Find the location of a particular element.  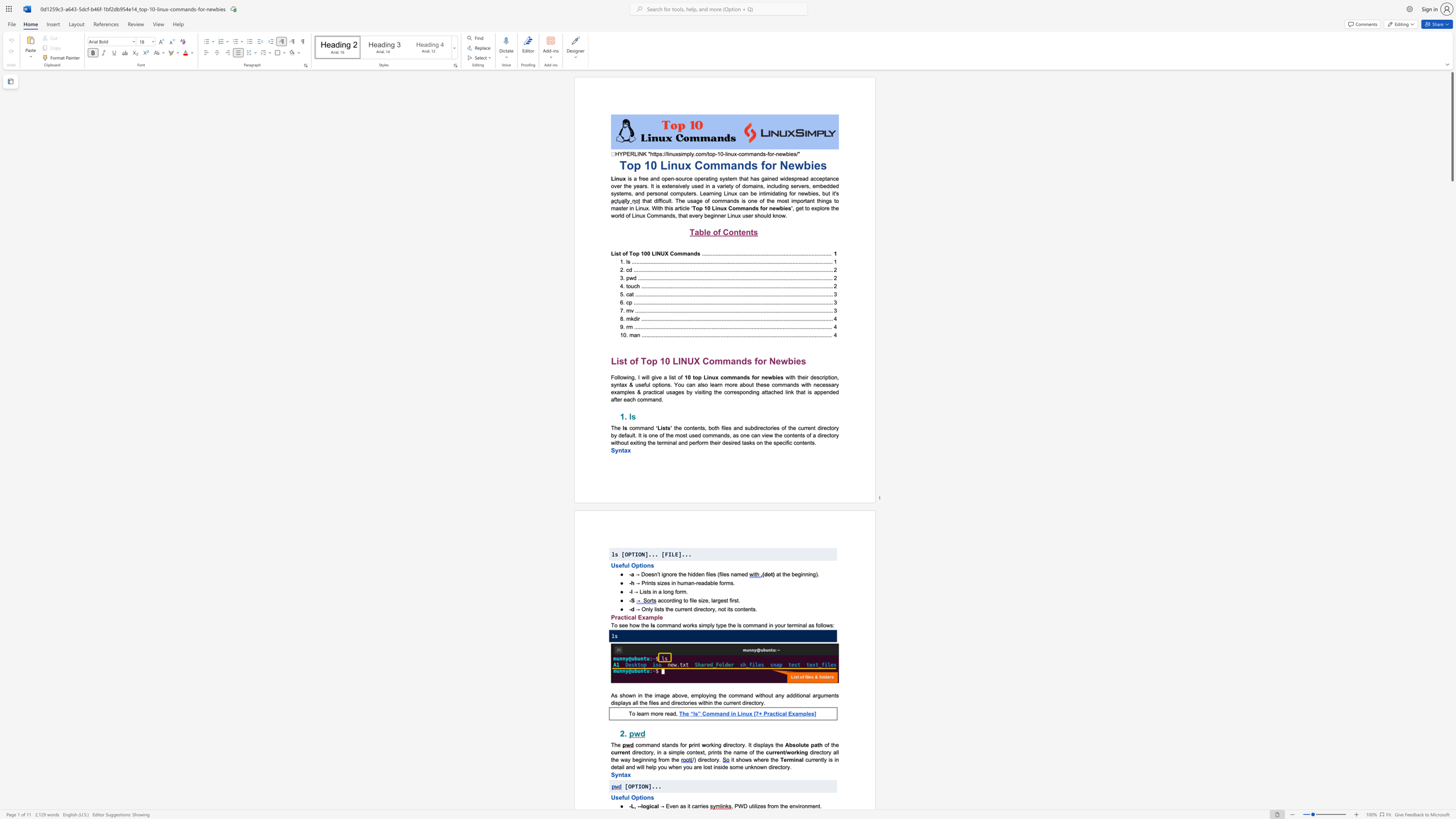

the 2th character "]" in the text is located at coordinates (680, 554).